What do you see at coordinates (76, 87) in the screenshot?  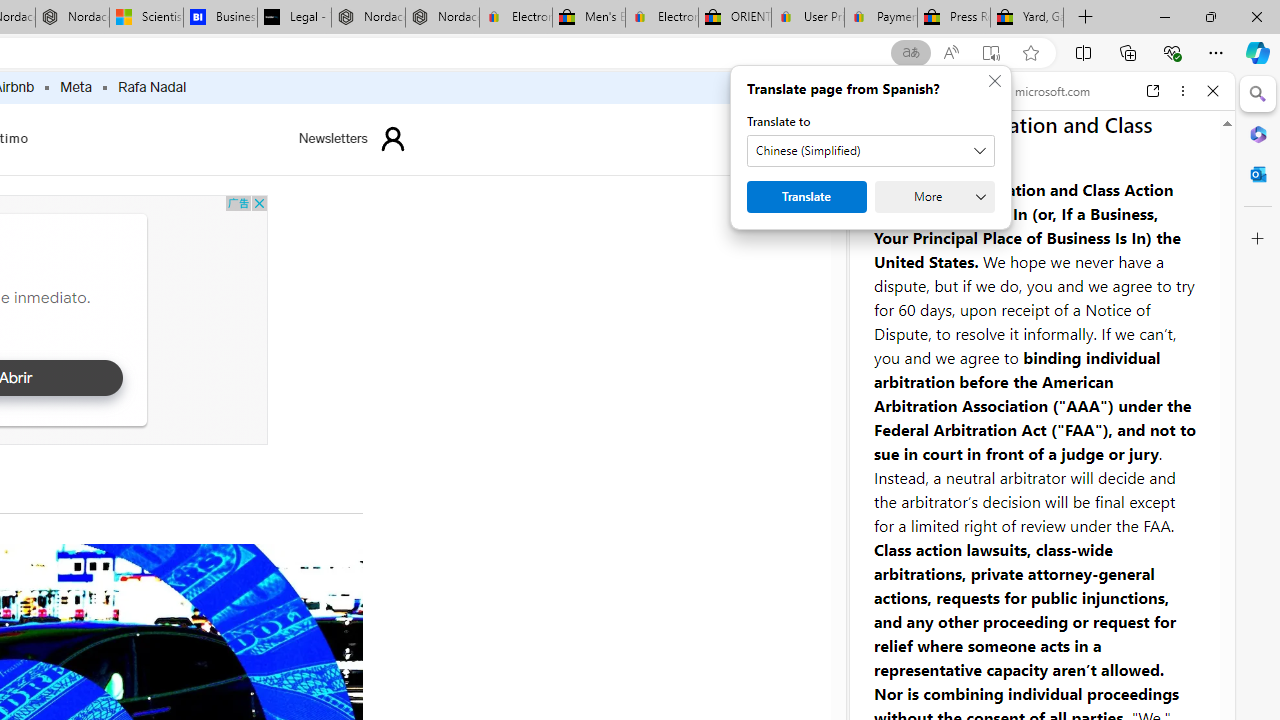 I see `'Meta'` at bounding box center [76, 87].